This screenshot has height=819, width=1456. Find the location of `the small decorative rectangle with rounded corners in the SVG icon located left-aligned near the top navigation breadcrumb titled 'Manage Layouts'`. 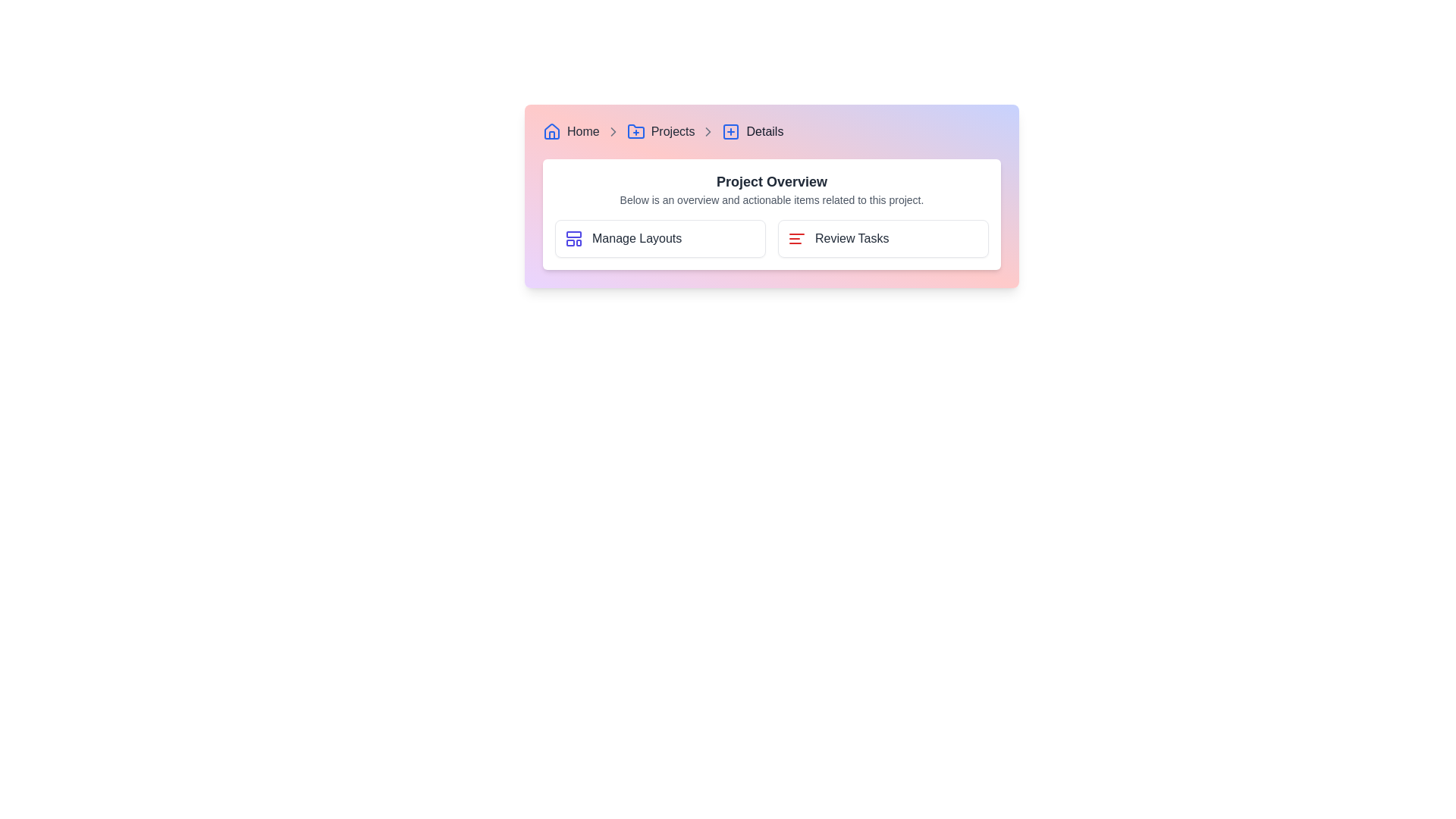

the small decorative rectangle with rounded corners in the SVG icon located left-aligned near the top navigation breadcrumb titled 'Manage Layouts' is located at coordinates (573, 234).